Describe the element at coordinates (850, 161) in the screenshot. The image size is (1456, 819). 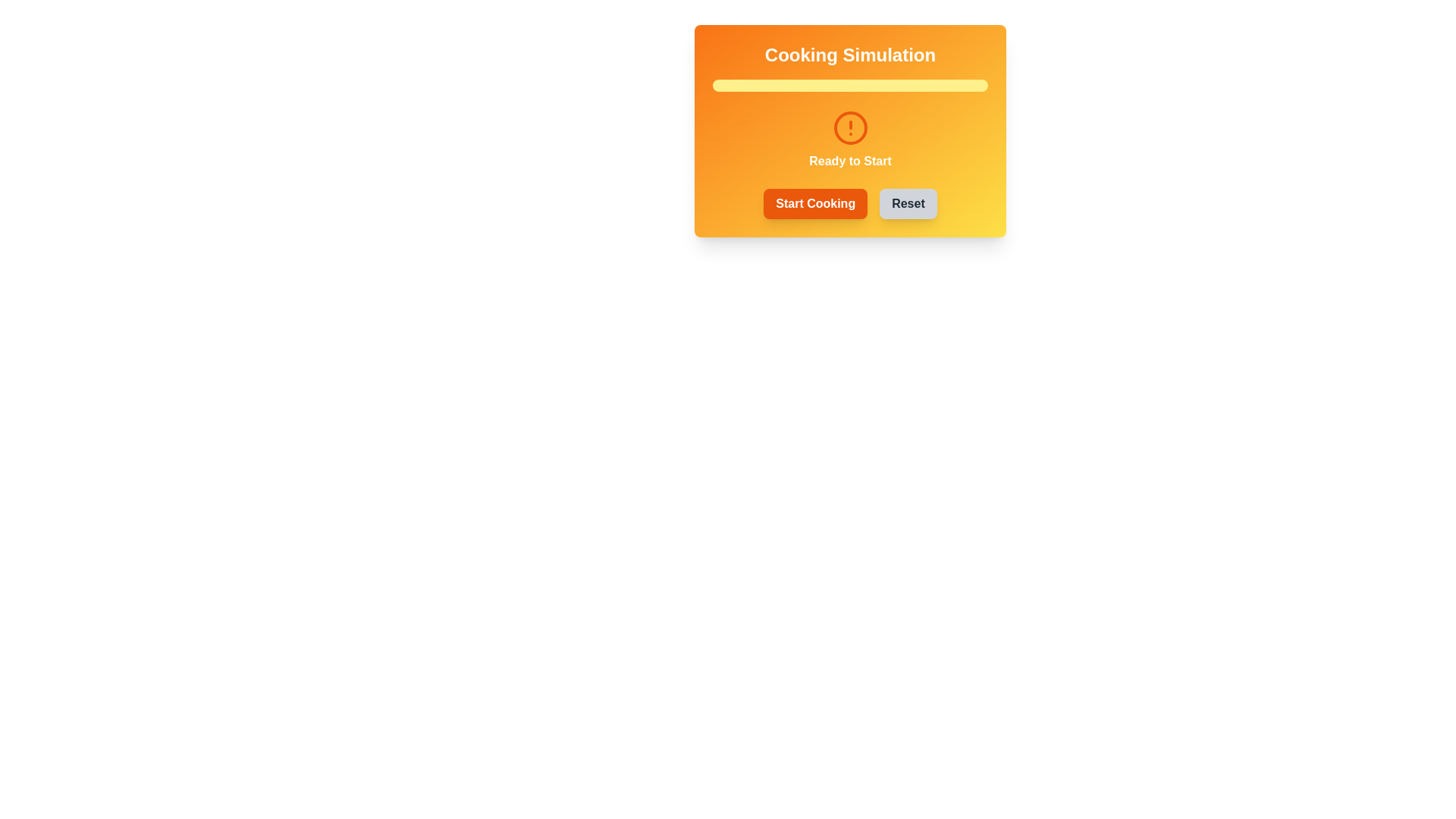
I see `the static text label that provides a status update or instruction, located below the circular warning icon and above the 'Start Cooking' and 'Reset' buttons` at that location.